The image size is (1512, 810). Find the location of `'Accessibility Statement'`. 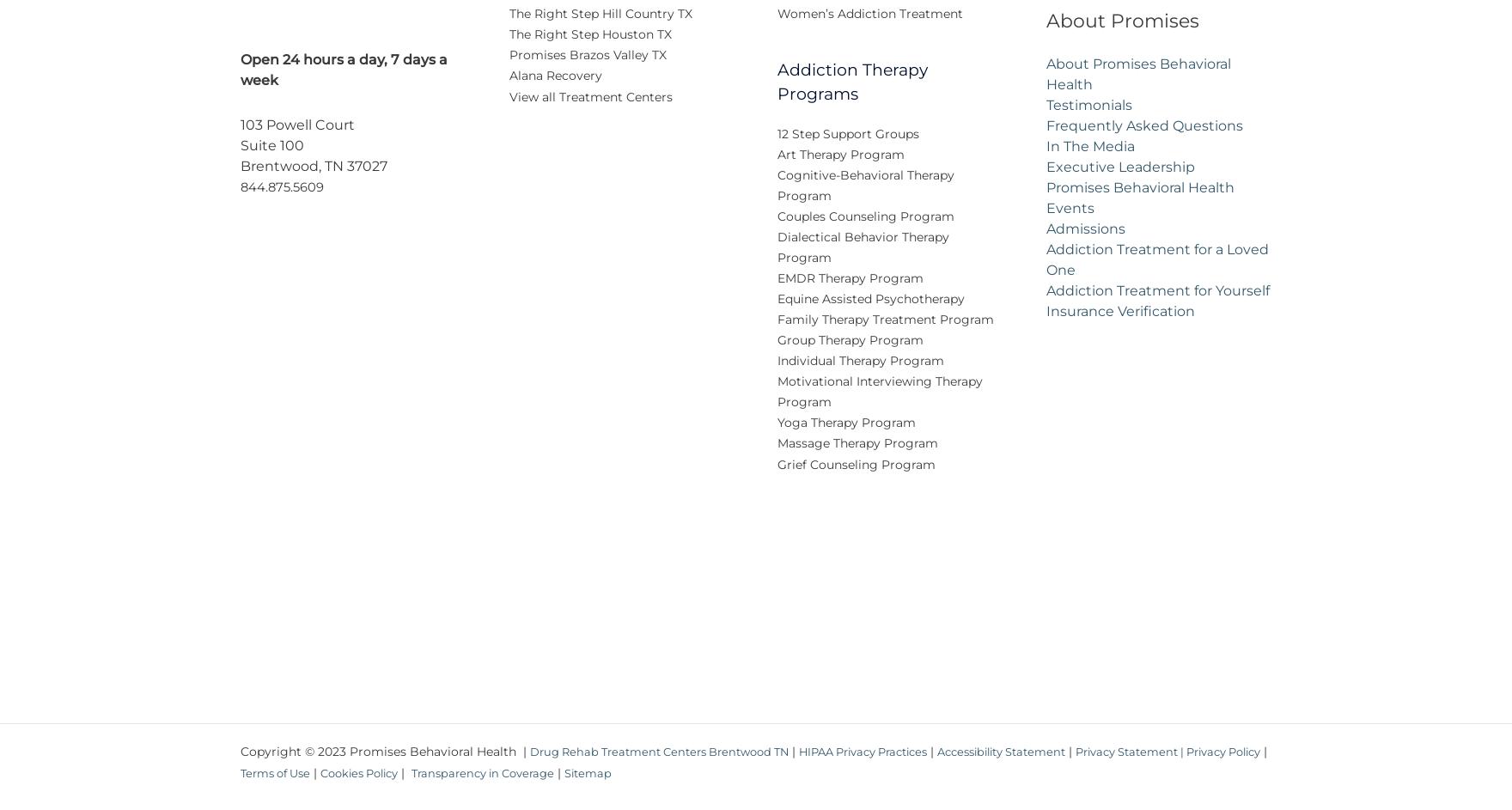

'Accessibility Statement' is located at coordinates (1046, 763).